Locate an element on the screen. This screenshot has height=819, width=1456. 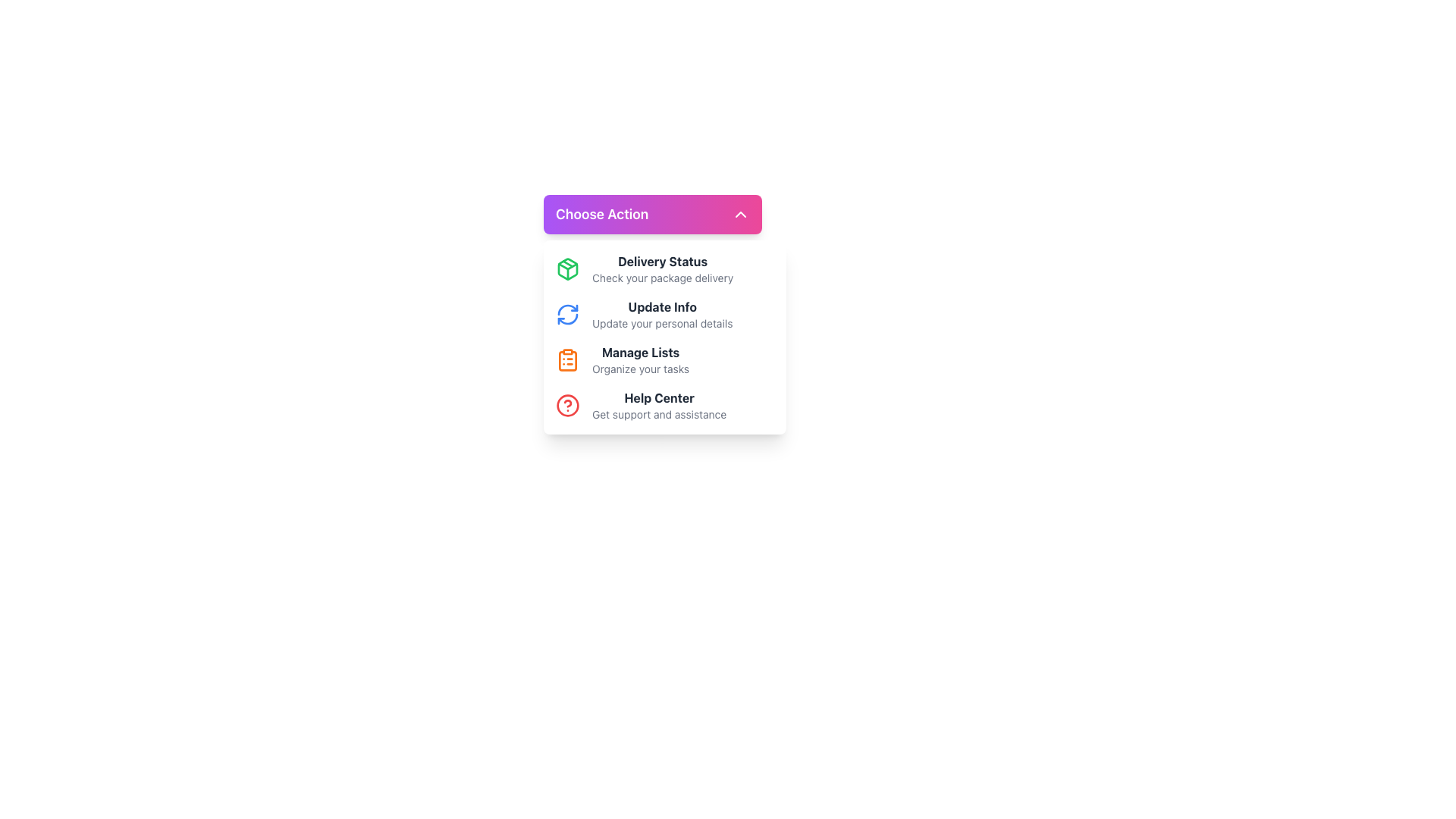
the 'Update Info' menu item, which is the second item in the menu list within the 'Choose Action' dialog, featuring a circular arrow icon and bold gray text is located at coordinates (665, 314).